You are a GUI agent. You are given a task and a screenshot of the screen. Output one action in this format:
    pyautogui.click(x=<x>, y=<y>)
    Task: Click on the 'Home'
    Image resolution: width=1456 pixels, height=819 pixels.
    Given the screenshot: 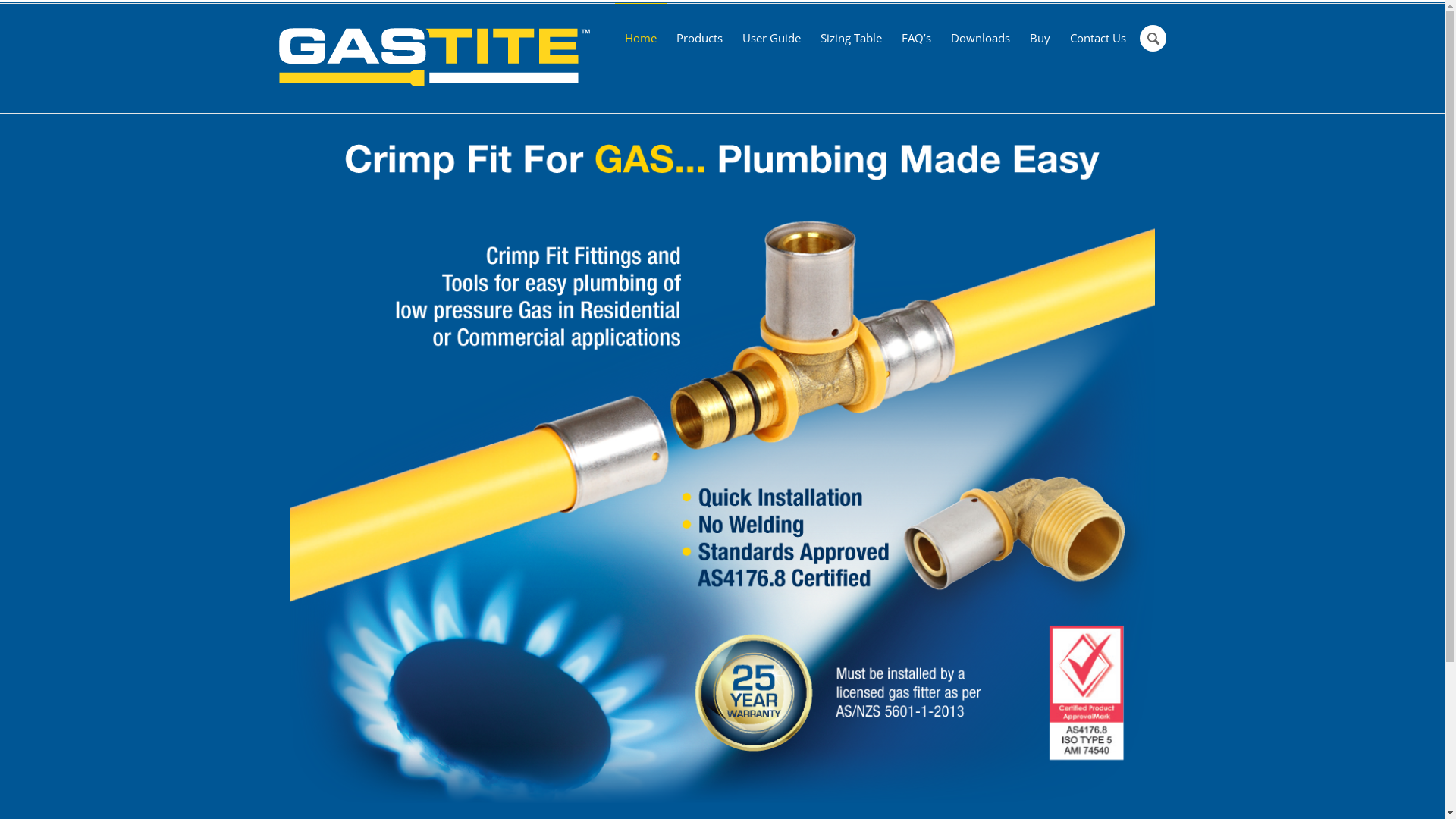 What is the action you would take?
    pyautogui.click(x=640, y=34)
    